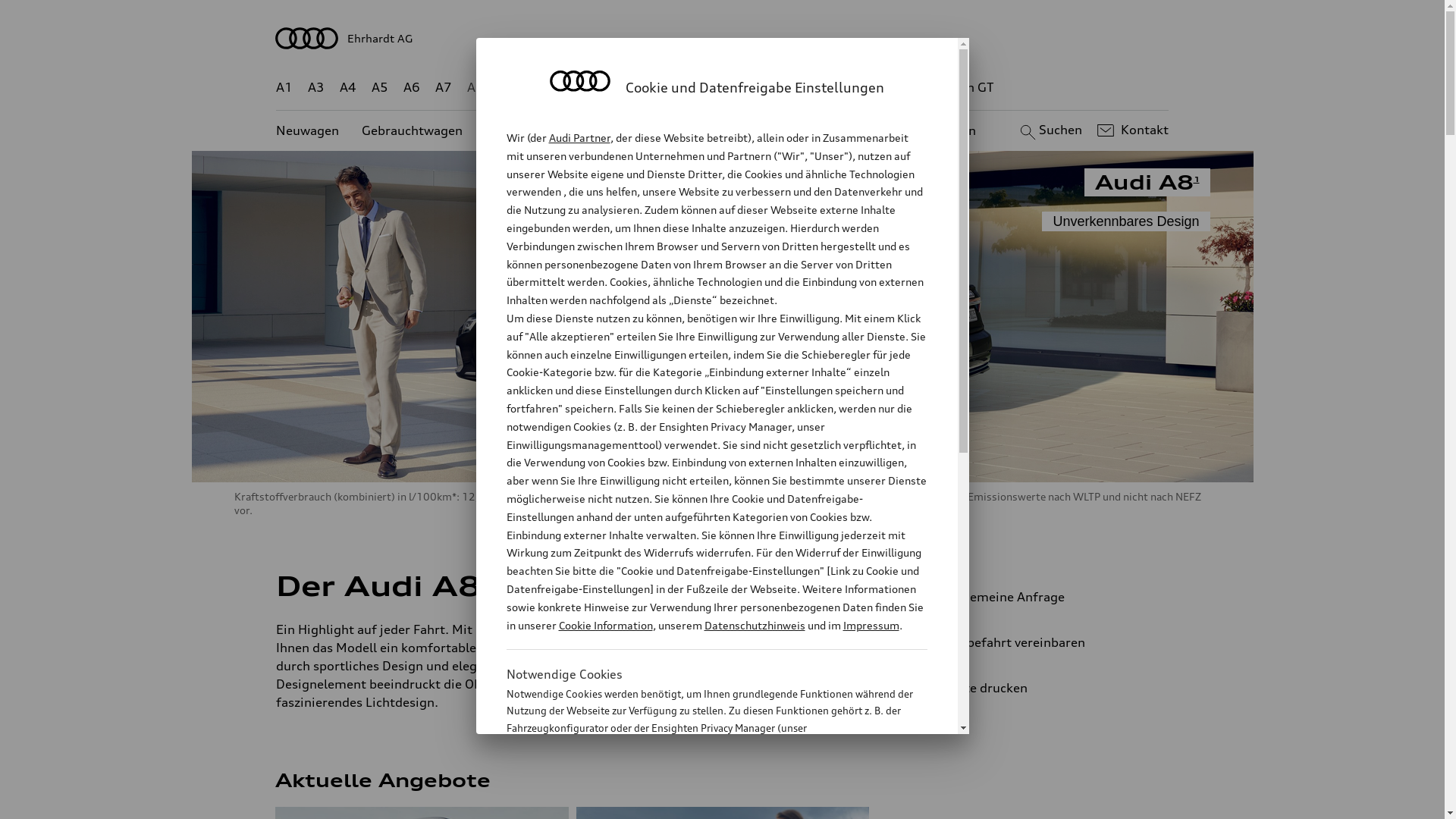 This screenshot has height=819, width=1456. Describe the element at coordinates (483, 582) in the screenshot. I see `'1'` at that location.